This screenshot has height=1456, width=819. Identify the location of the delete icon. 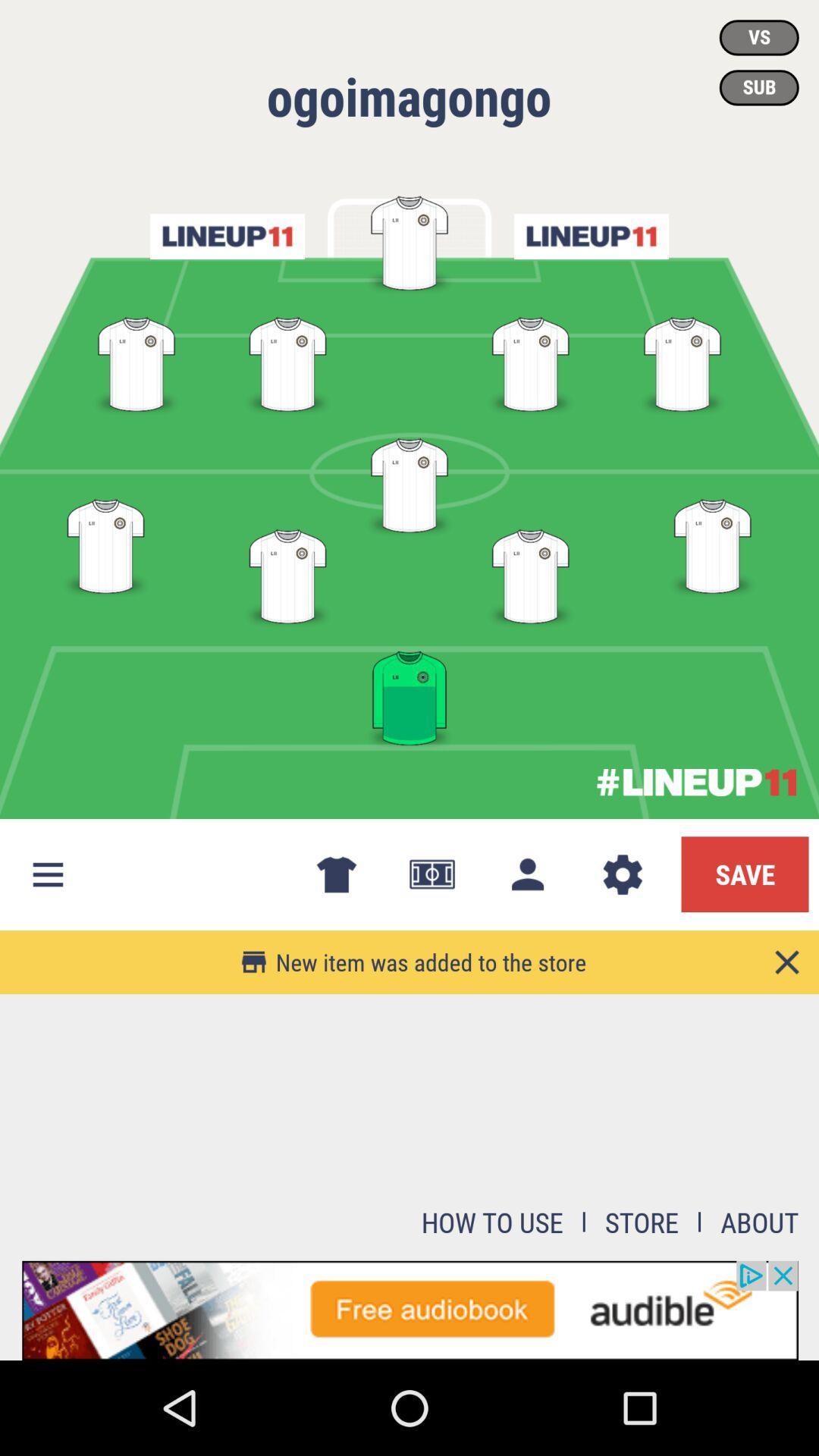
(335, 874).